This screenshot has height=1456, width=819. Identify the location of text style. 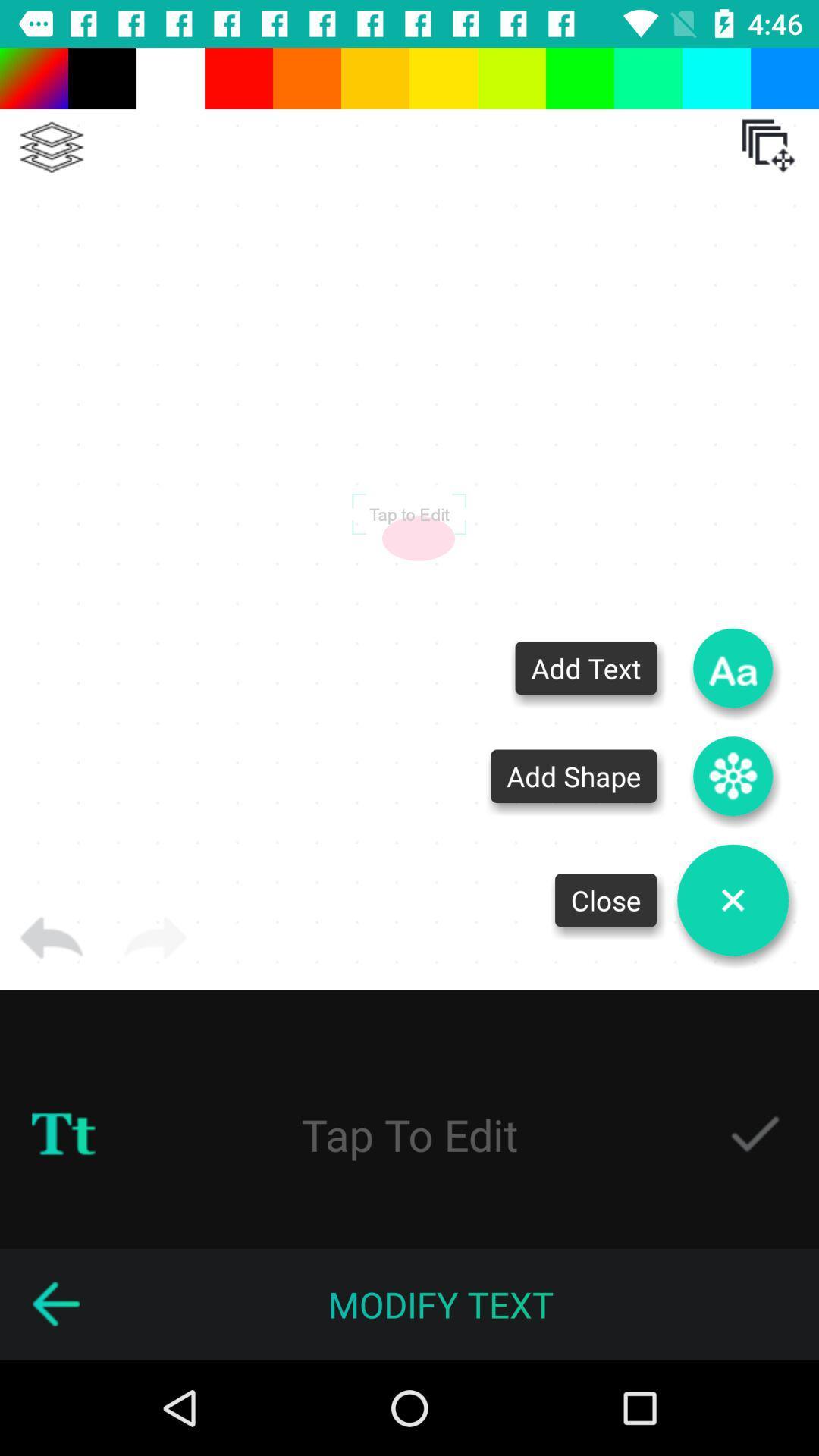
(63, 1134).